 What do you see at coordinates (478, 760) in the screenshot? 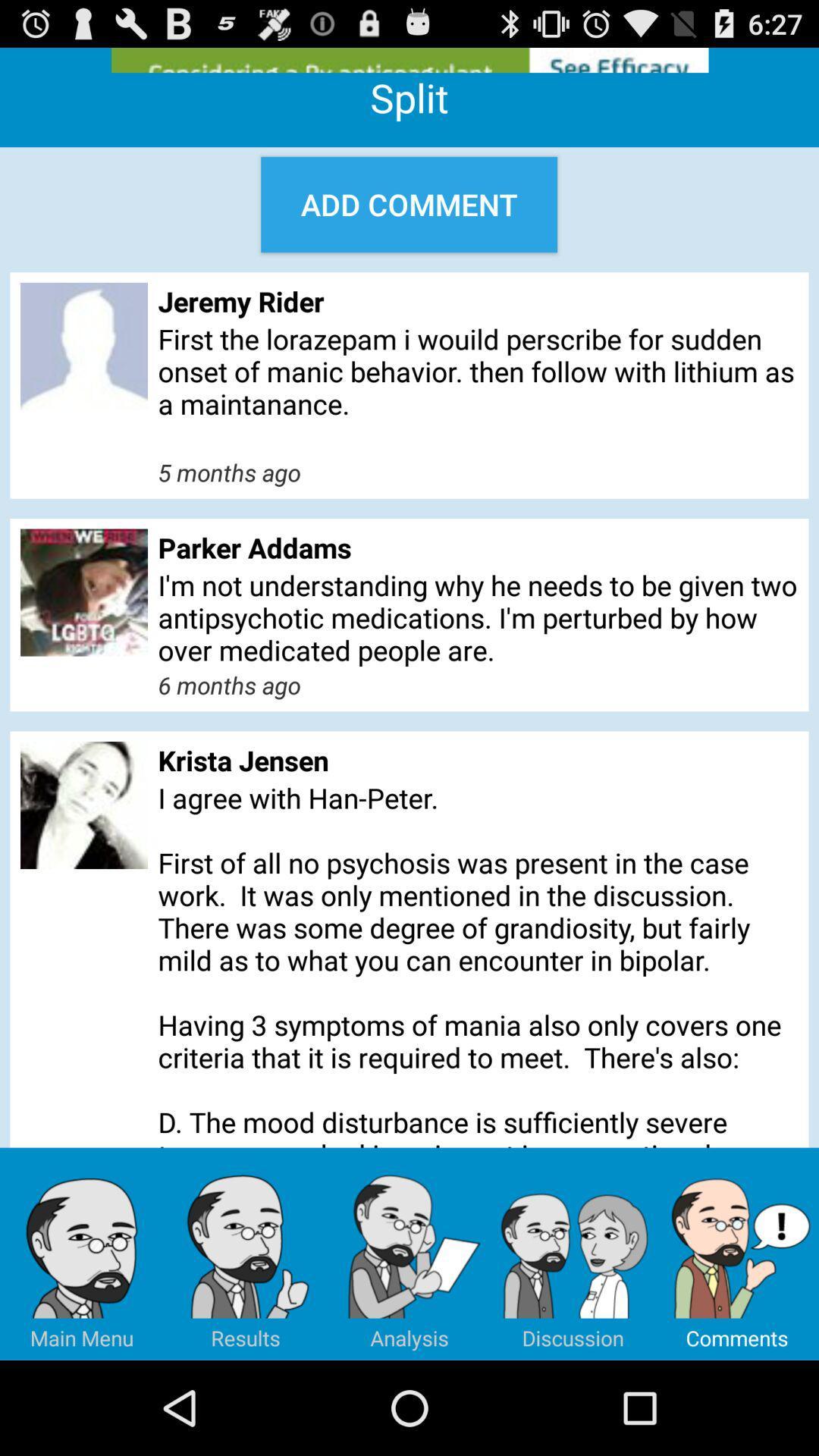
I see `item below 6 months ago item` at bounding box center [478, 760].